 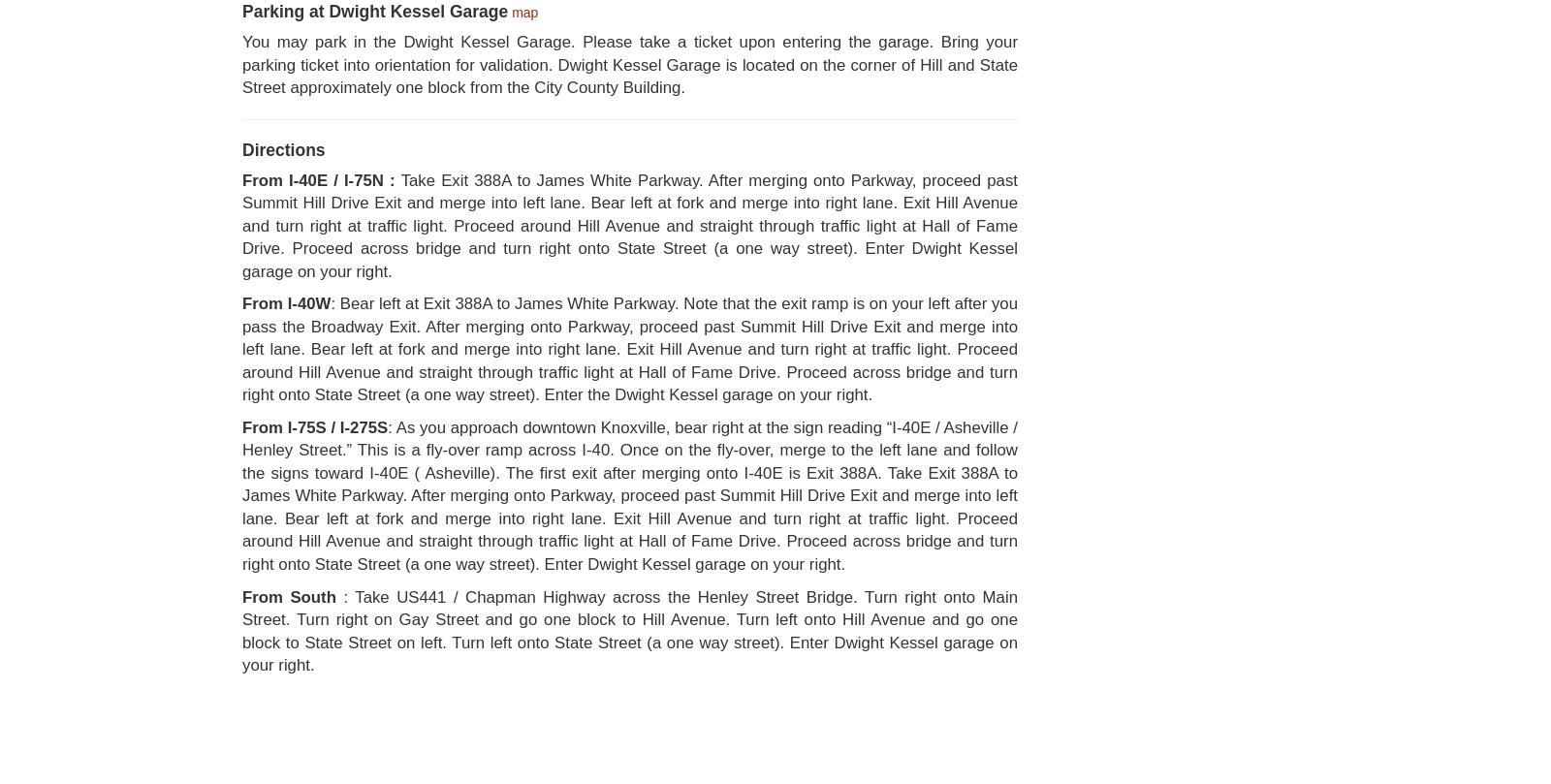 I want to click on 'Directions', so click(x=283, y=148).